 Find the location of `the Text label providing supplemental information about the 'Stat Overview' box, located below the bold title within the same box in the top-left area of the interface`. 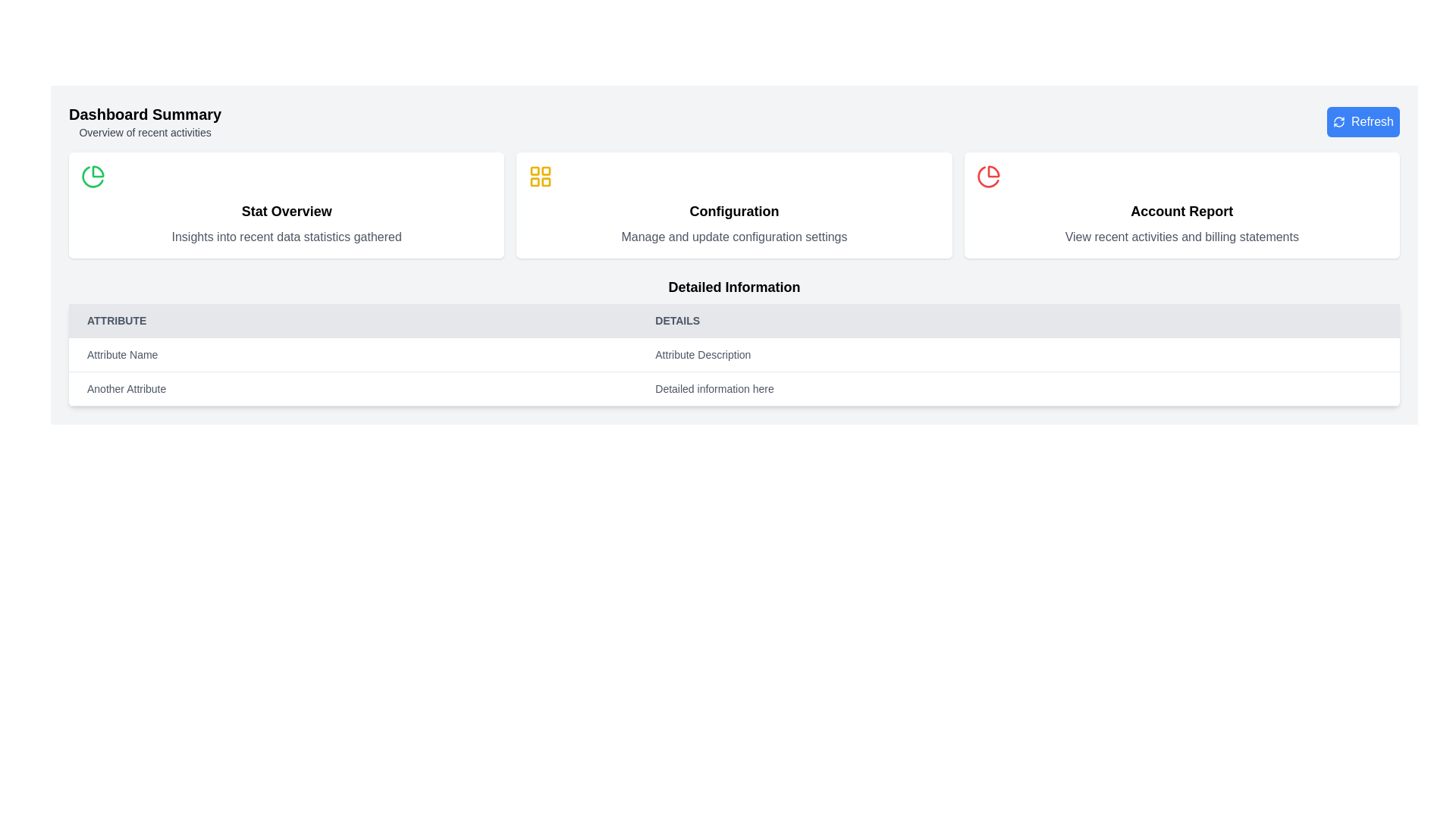

the Text label providing supplemental information about the 'Stat Overview' box, located below the bold title within the same box in the top-left area of the interface is located at coordinates (287, 237).